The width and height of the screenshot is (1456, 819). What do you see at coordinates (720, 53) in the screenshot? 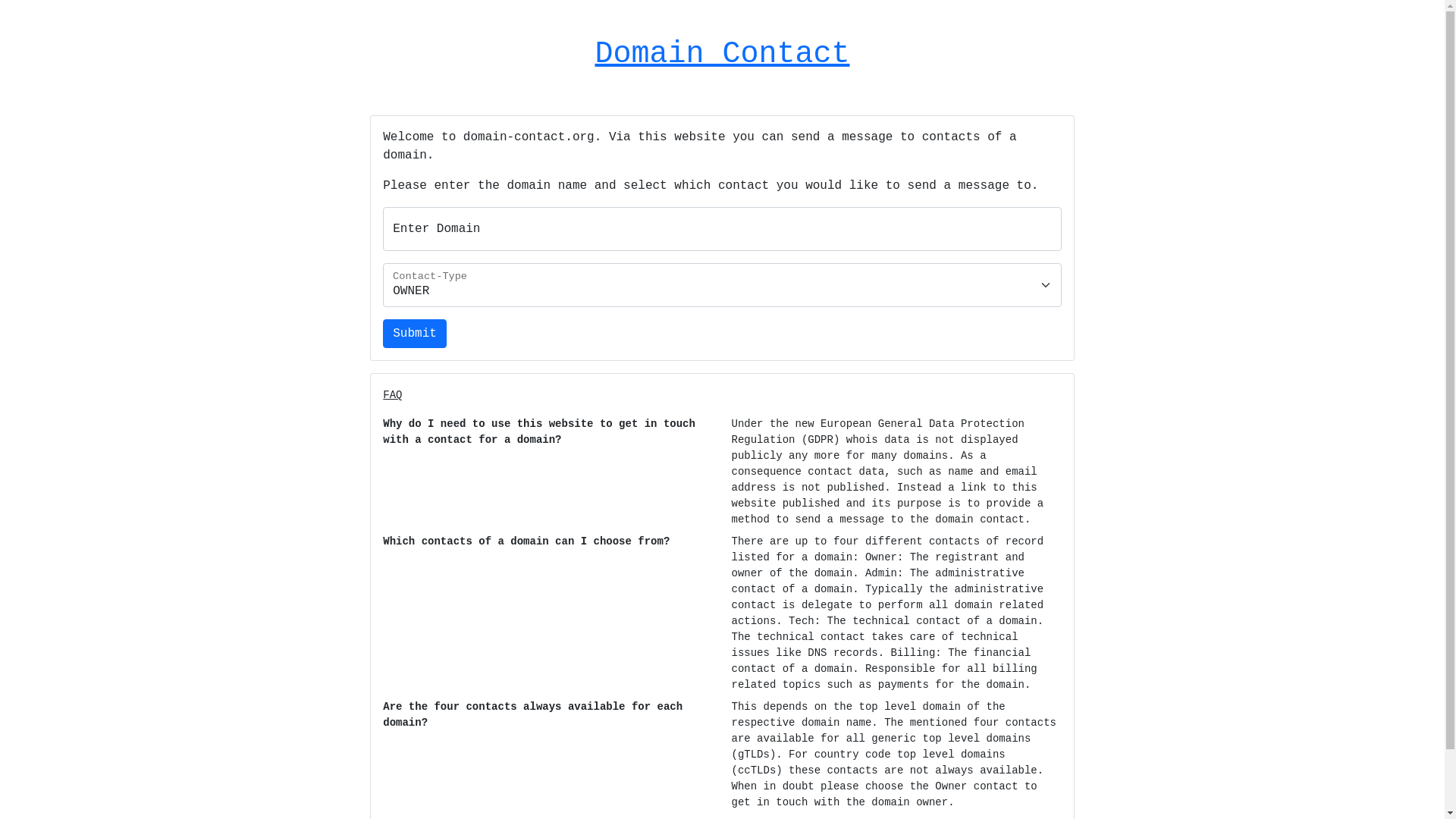
I see `'Domain Contact'` at bounding box center [720, 53].